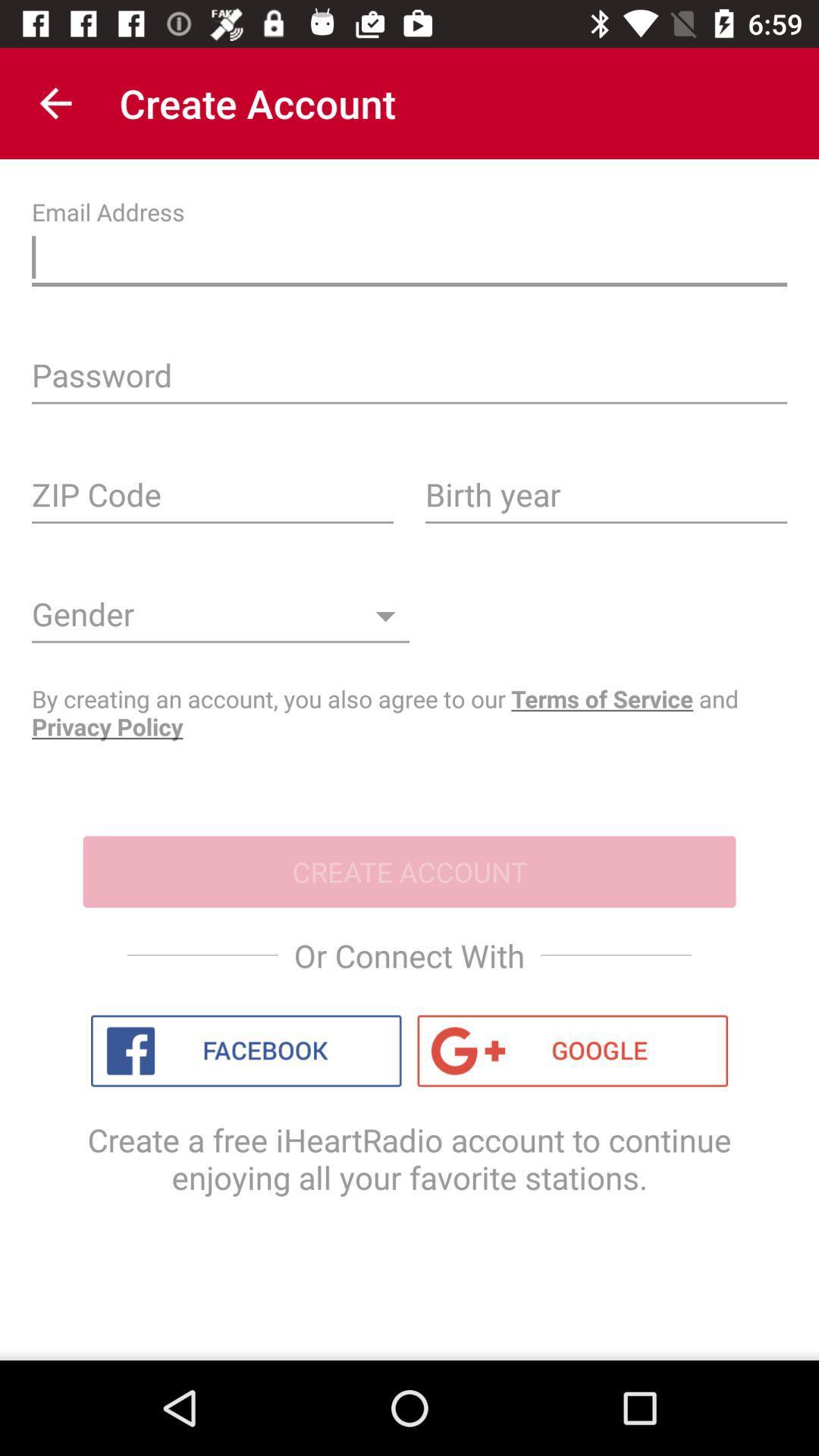  Describe the element at coordinates (409, 261) in the screenshot. I see `typing box` at that location.